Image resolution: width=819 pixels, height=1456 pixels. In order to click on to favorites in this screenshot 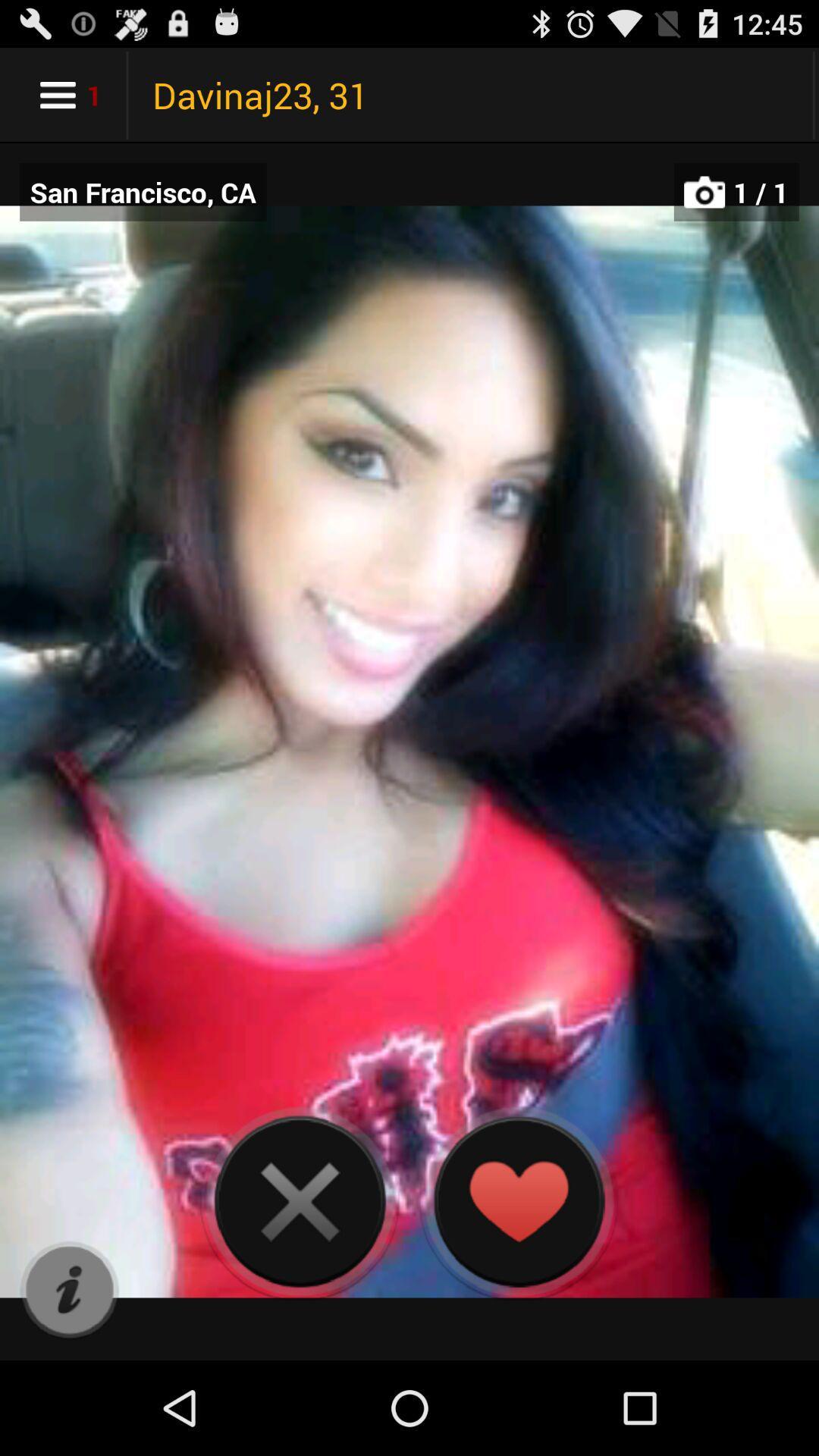, I will do `click(517, 1200)`.